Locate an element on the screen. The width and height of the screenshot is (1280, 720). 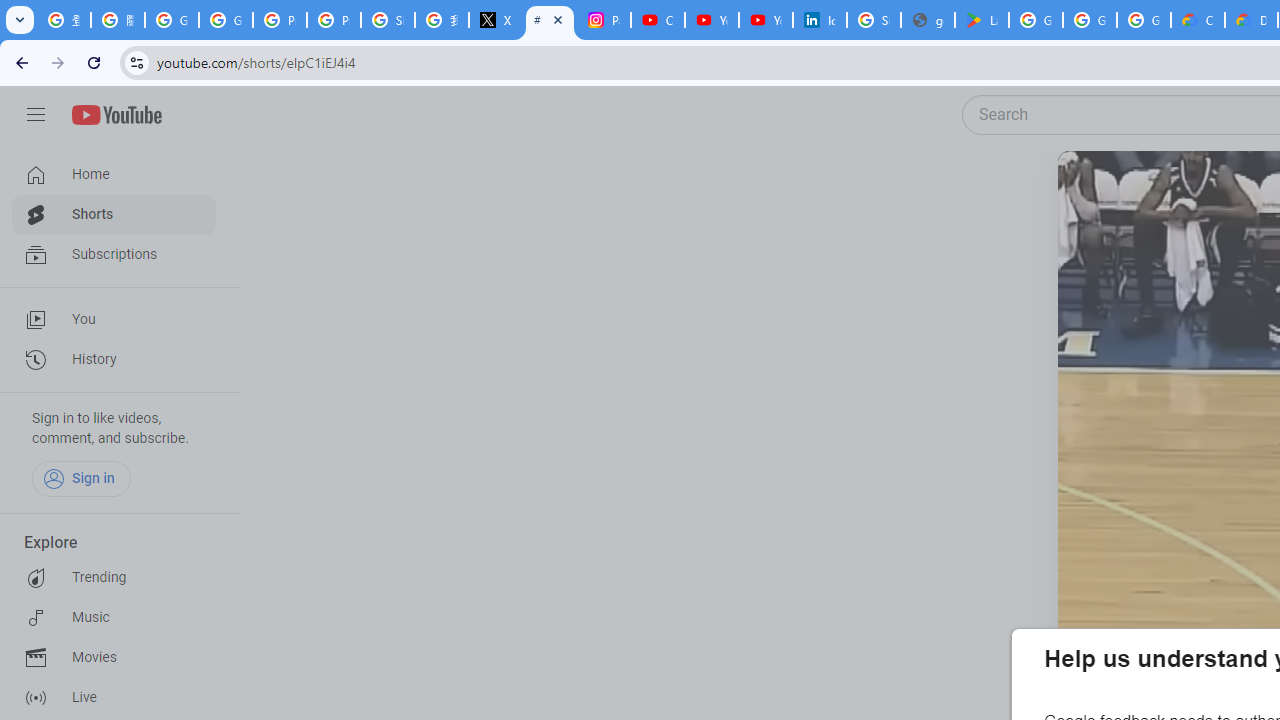
'Customer Care | Google Cloud' is located at coordinates (1198, 20).